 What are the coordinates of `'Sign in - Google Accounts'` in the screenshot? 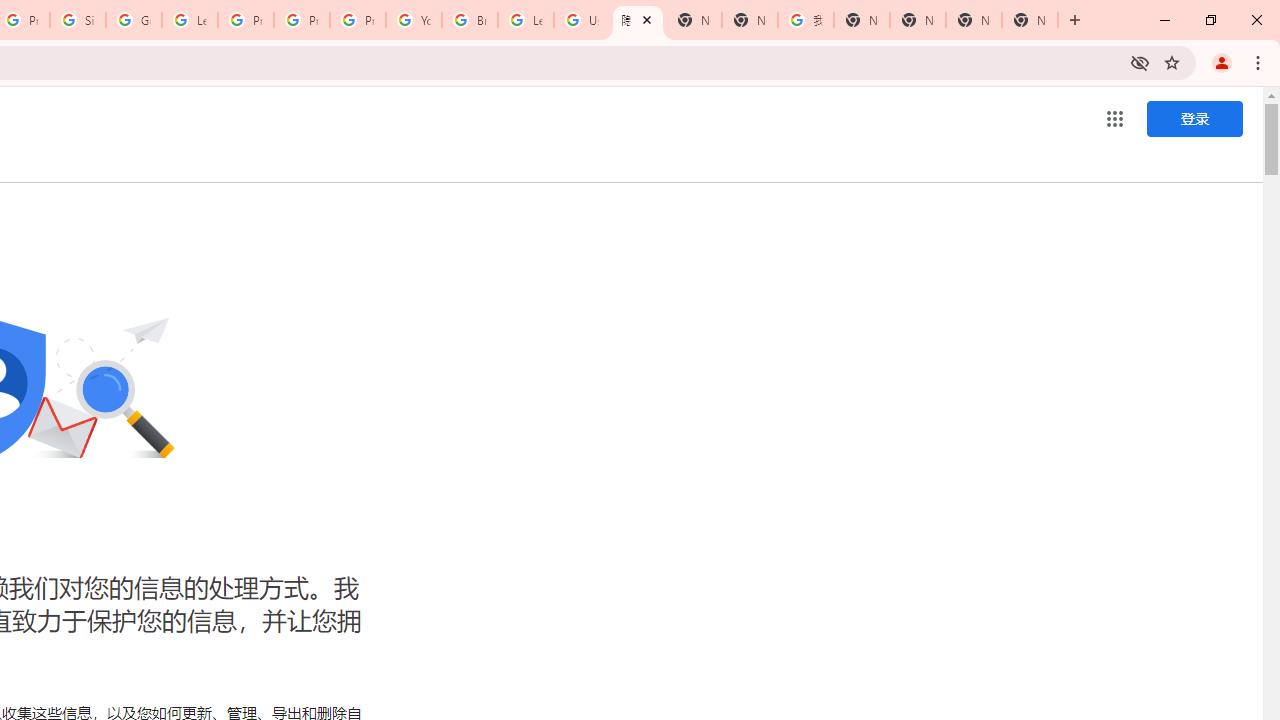 It's located at (78, 20).